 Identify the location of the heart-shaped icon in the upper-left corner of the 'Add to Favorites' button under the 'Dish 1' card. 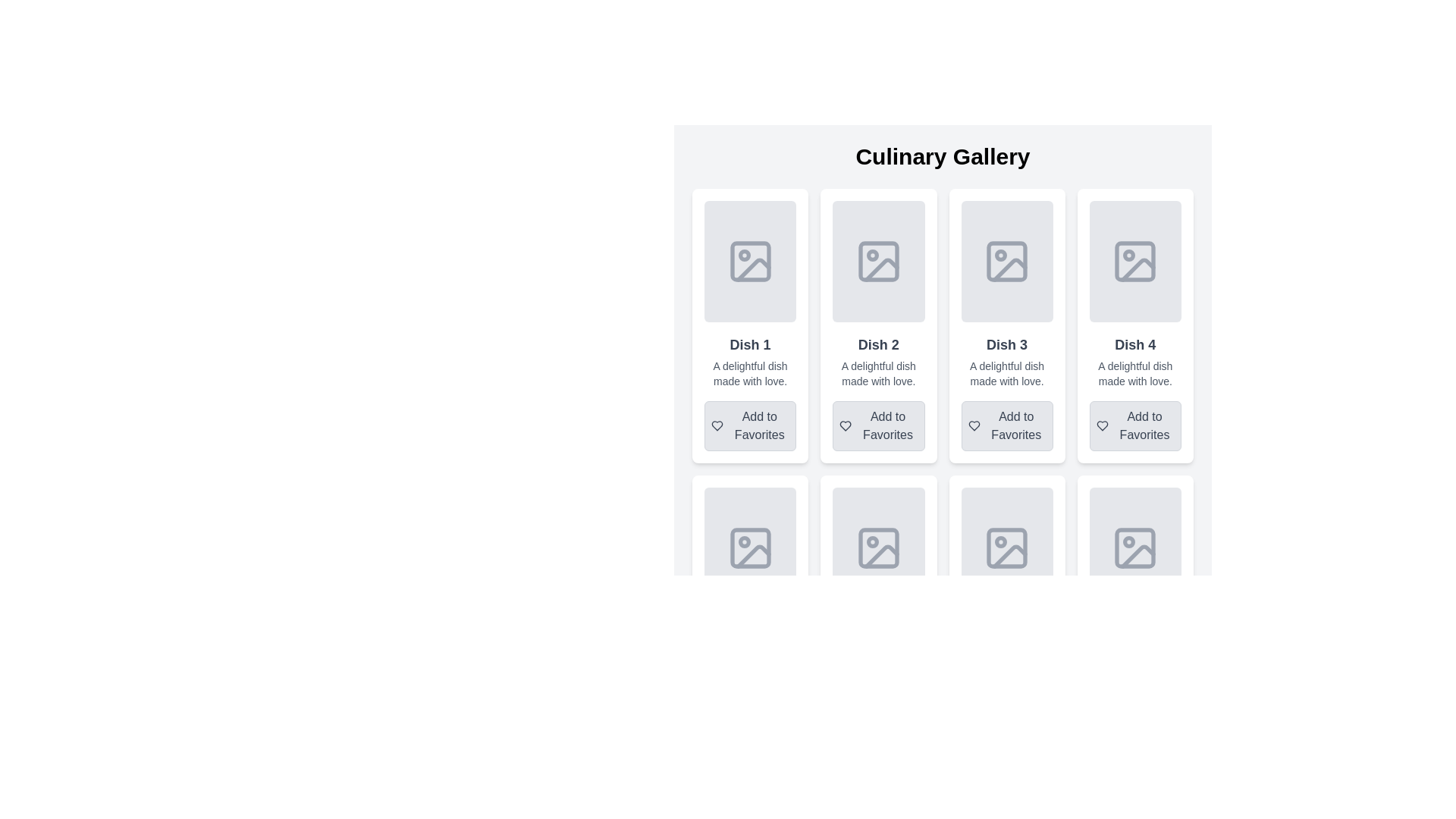
(717, 426).